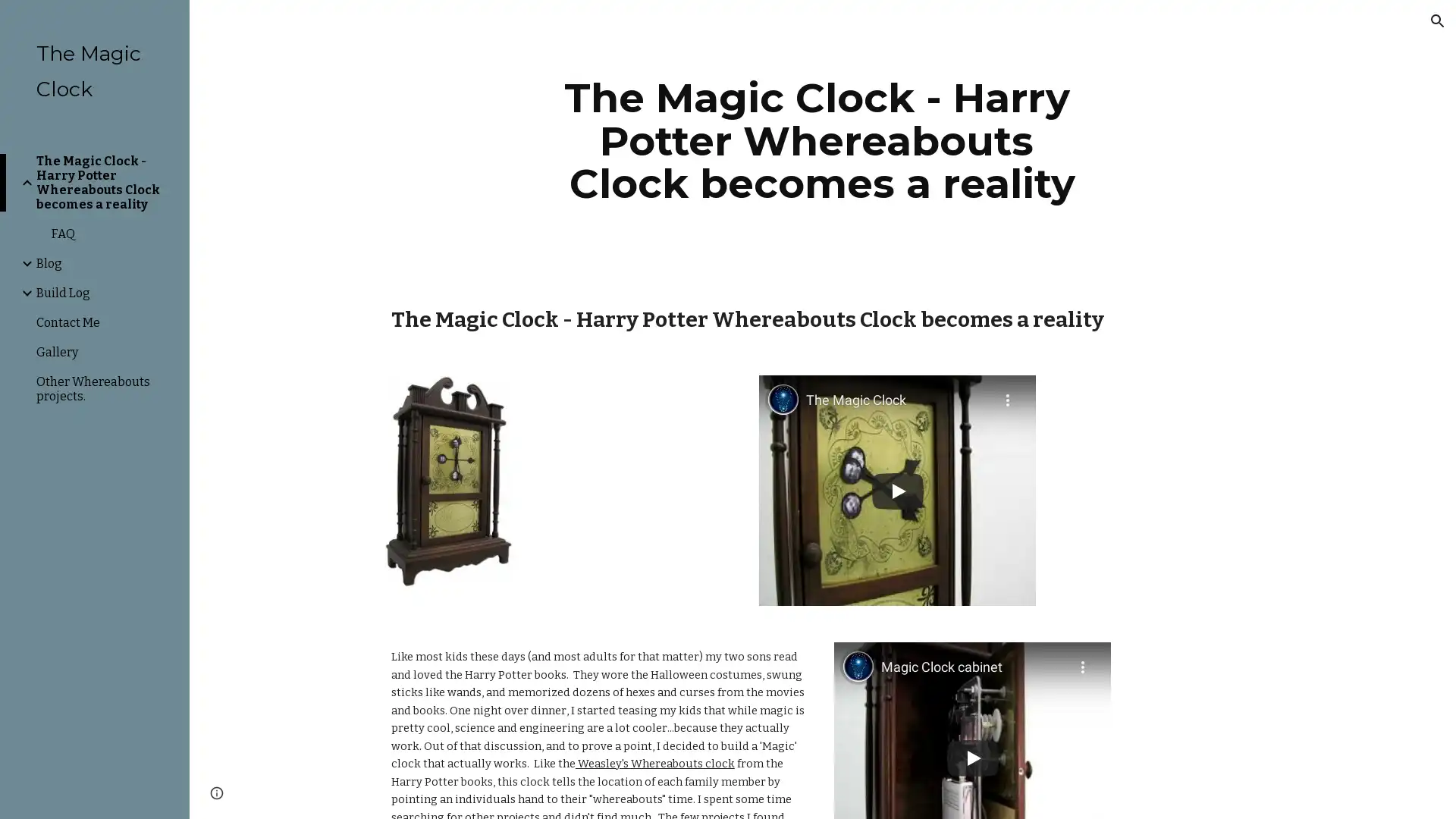 Image resolution: width=1456 pixels, height=819 pixels. I want to click on Google Sites, so click(307, 792).